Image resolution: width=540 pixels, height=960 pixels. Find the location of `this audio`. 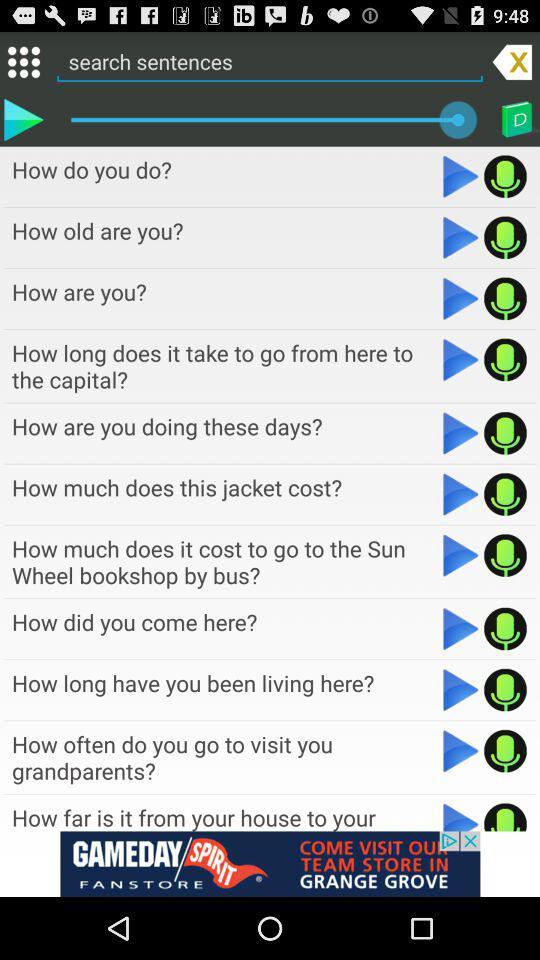

this audio is located at coordinates (504, 750).